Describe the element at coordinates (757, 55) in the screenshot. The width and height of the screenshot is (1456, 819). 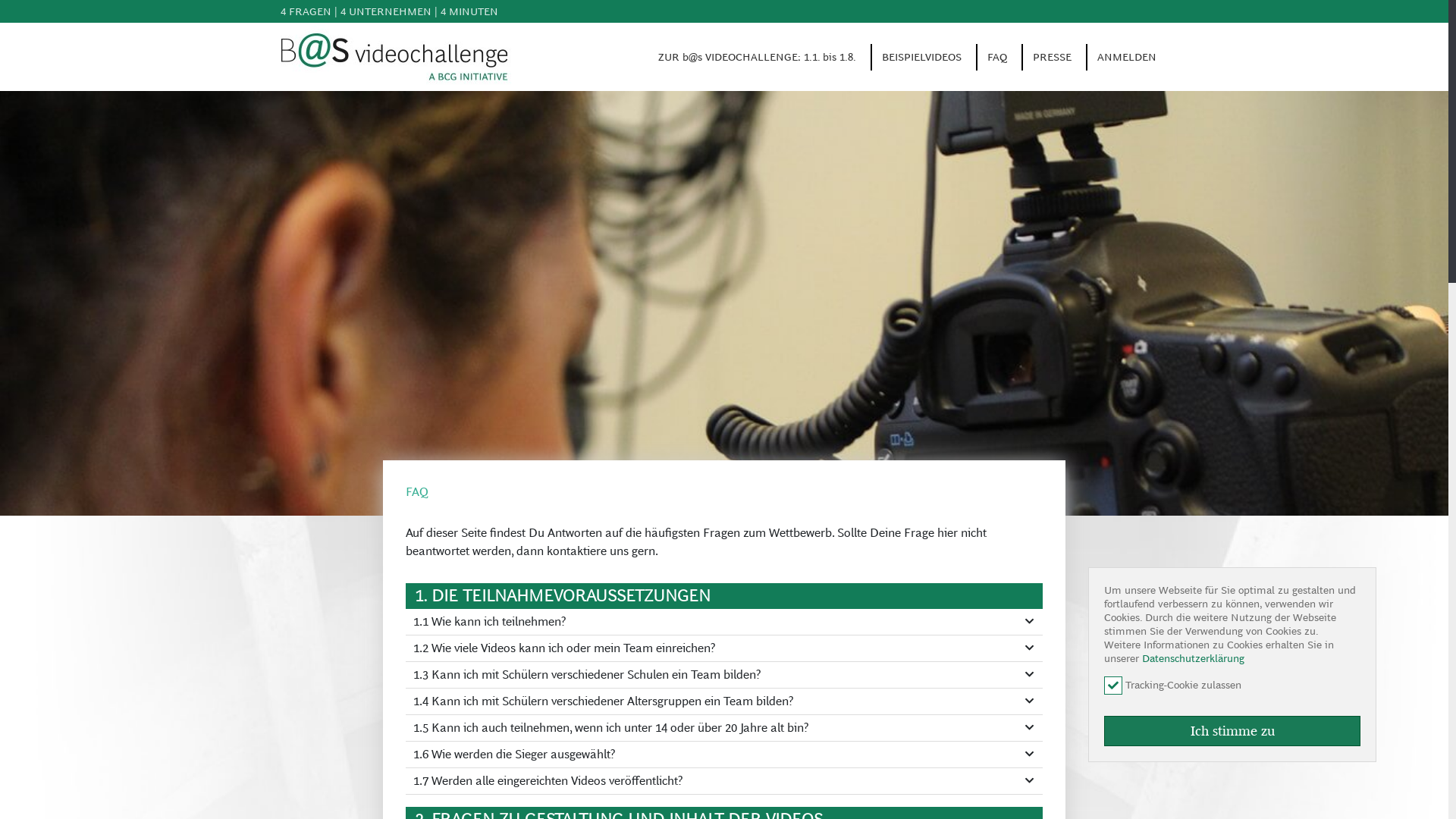
I see `'ZUR b@s VIDEOCHALLENGE: 1.1. bis 1.8.'` at that location.